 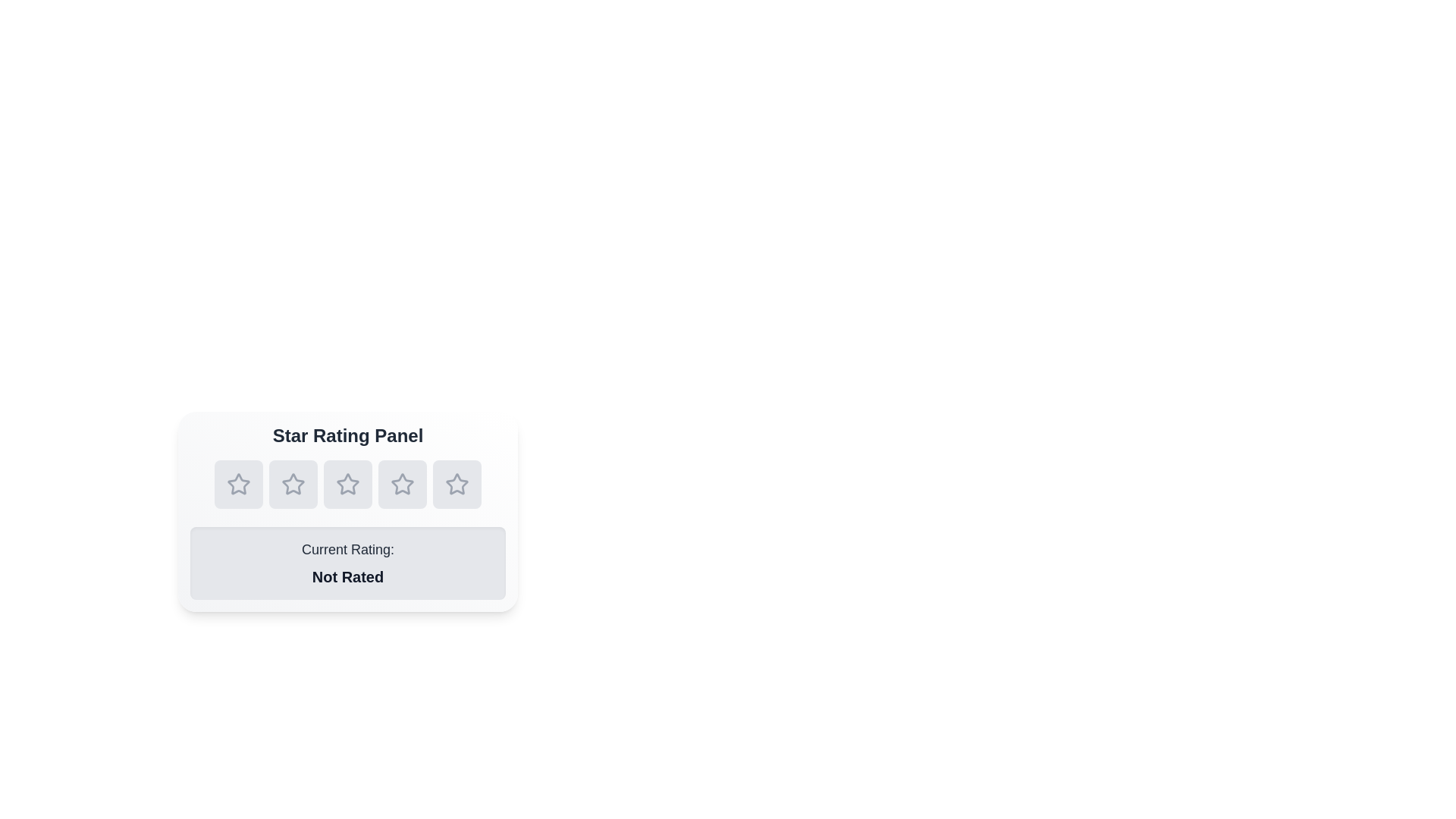 What do you see at coordinates (237, 483) in the screenshot?
I see `the first star icon` at bounding box center [237, 483].